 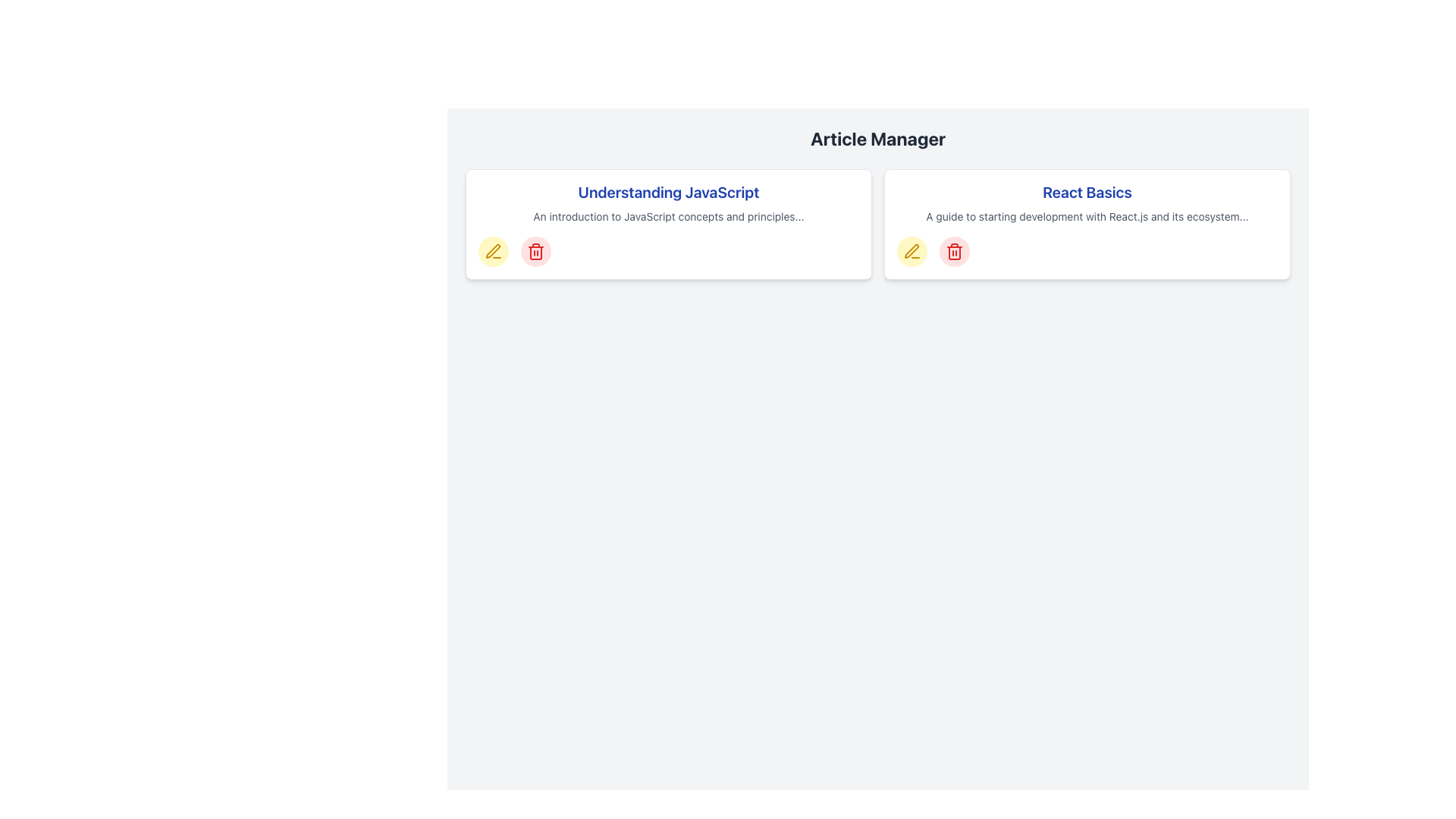 What do you see at coordinates (494, 250) in the screenshot?
I see `the circular button with a pen icon, which is styled with a yellow background` at bounding box center [494, 250].